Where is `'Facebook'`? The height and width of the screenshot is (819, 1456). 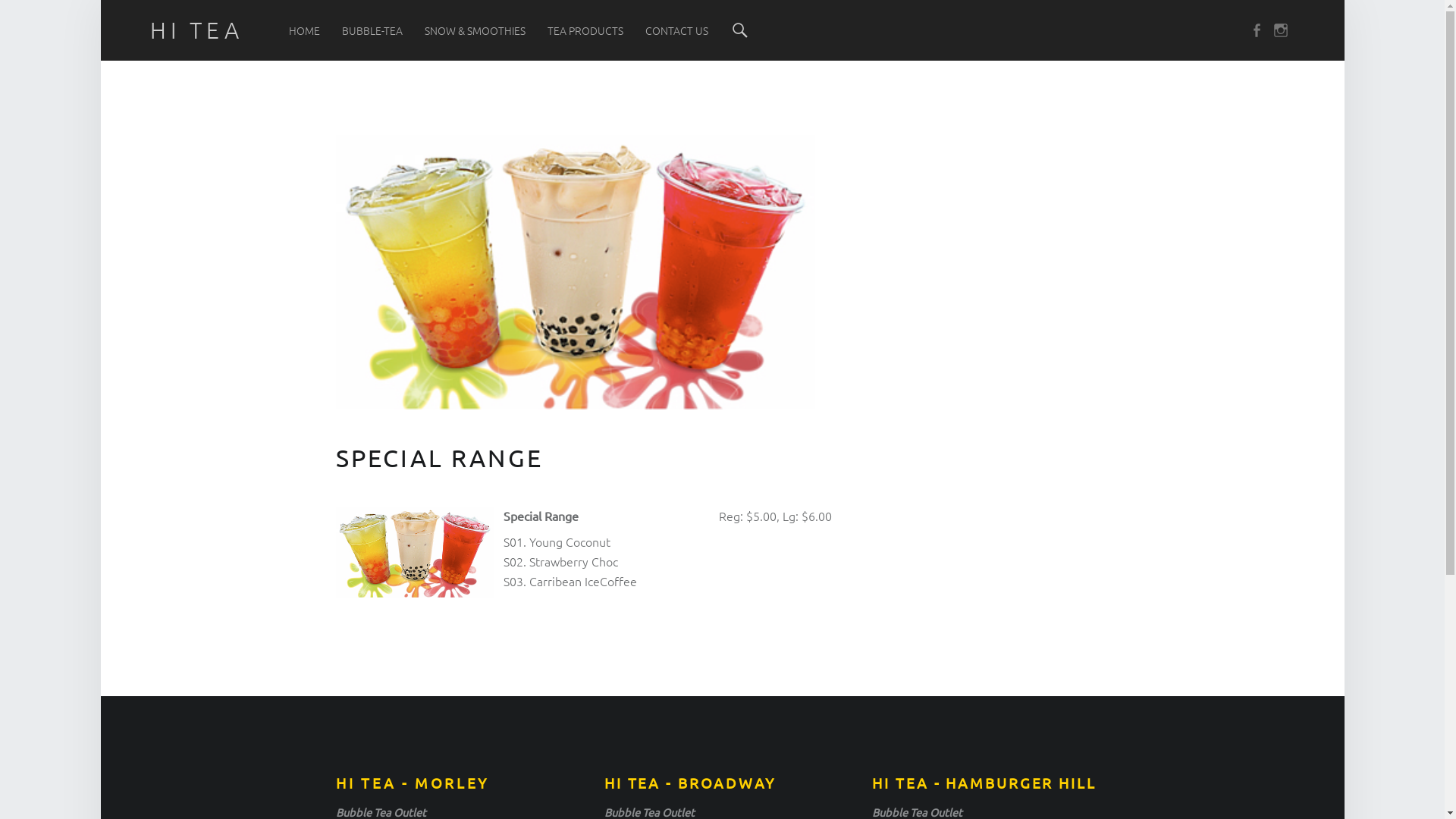 'Facebook' is located at coordinates (1248, 30).